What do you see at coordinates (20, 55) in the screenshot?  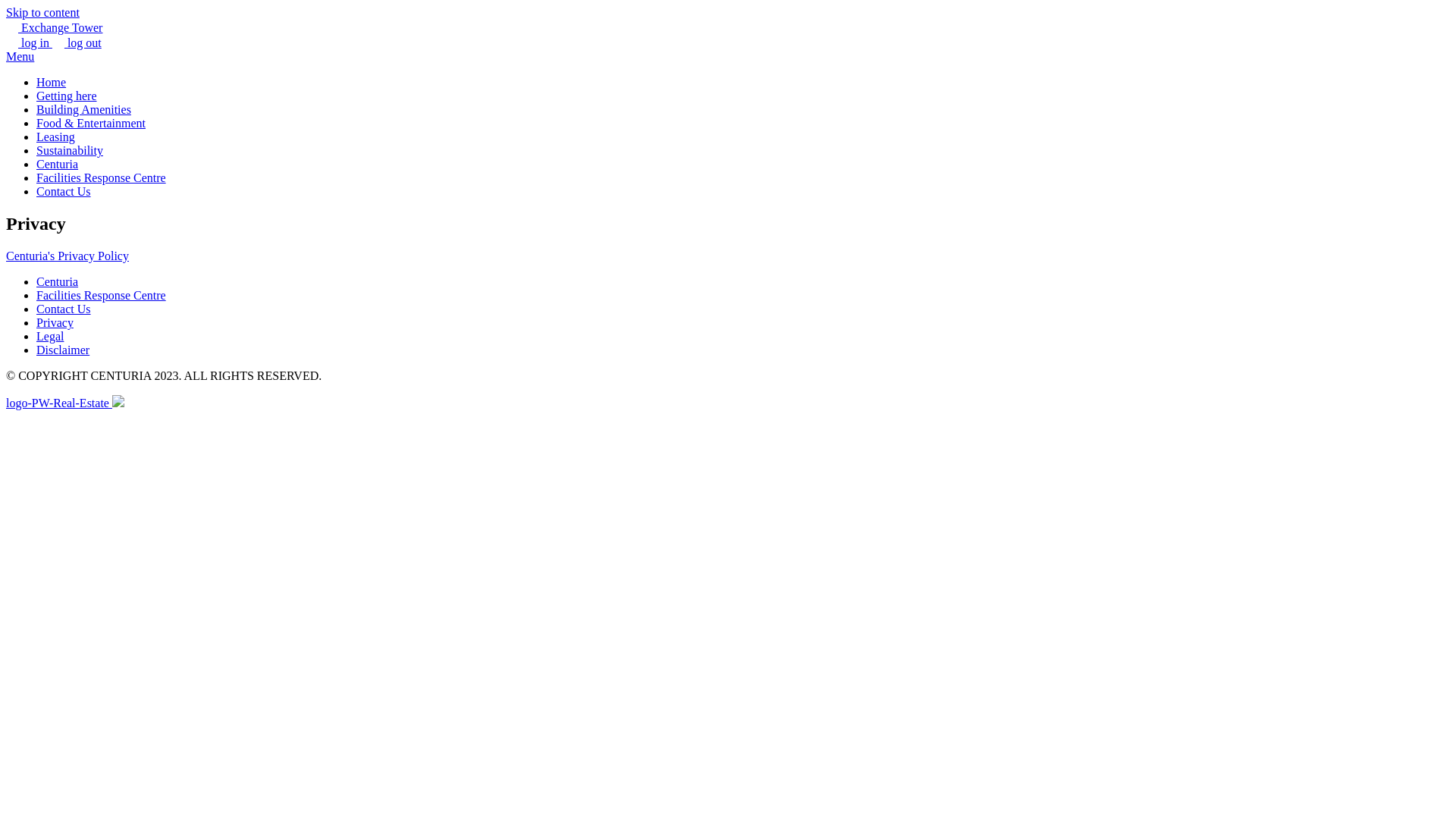 I see `'Menu'` at bounding box center [20, 55].